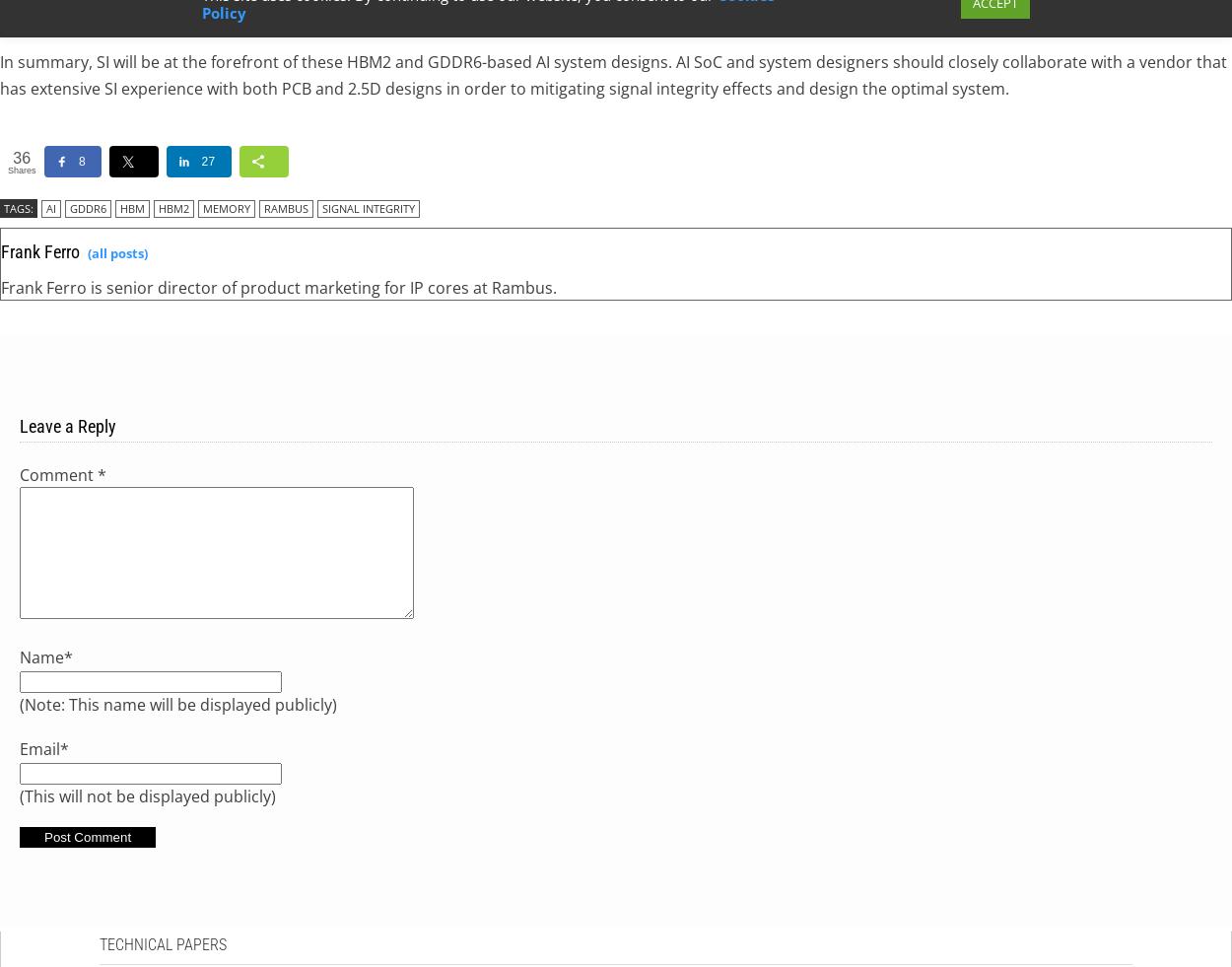  I want to click on 'Rambus', so click(286, 206).